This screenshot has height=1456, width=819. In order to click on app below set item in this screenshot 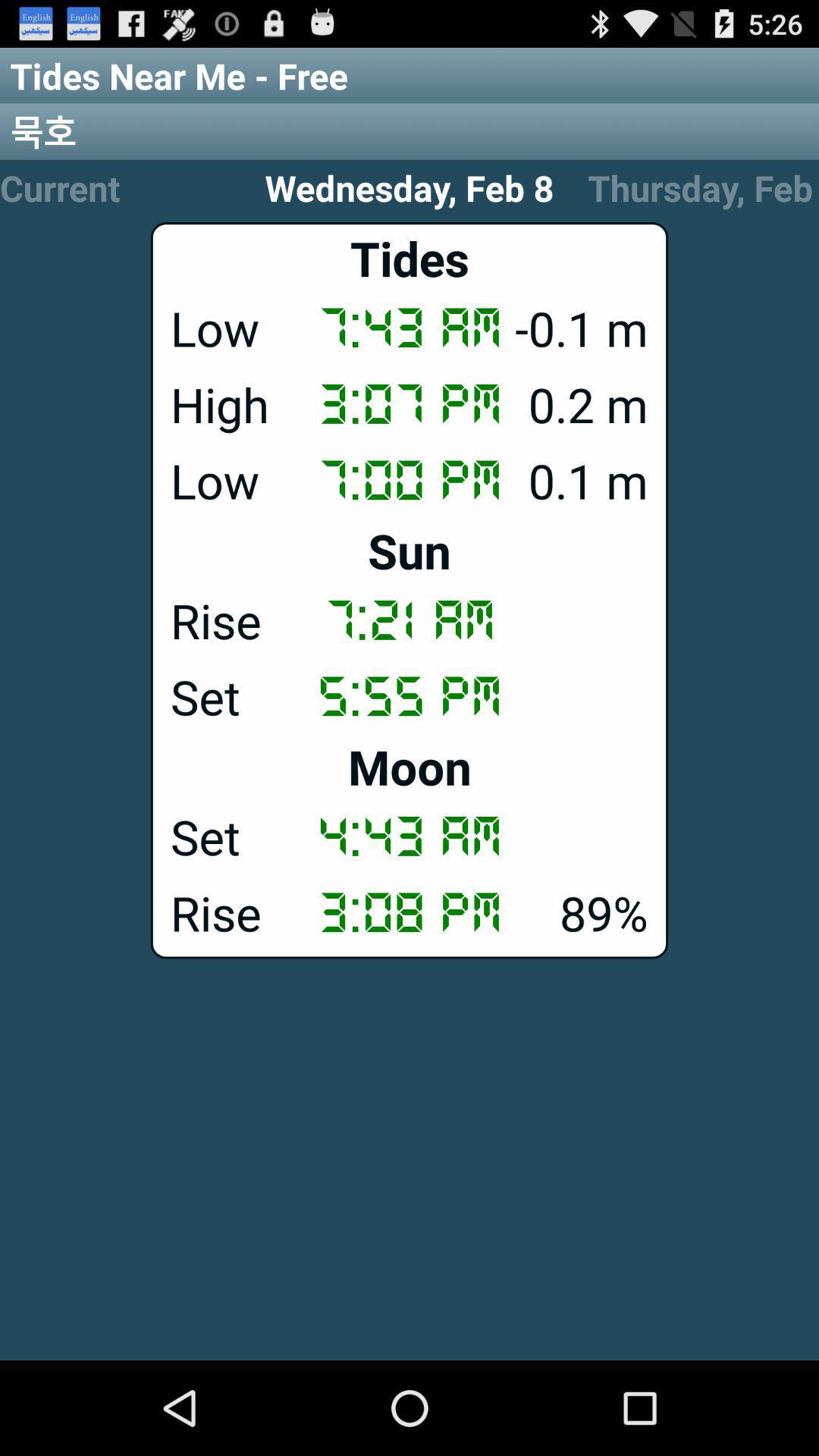, I will do `click(409, 767)`.